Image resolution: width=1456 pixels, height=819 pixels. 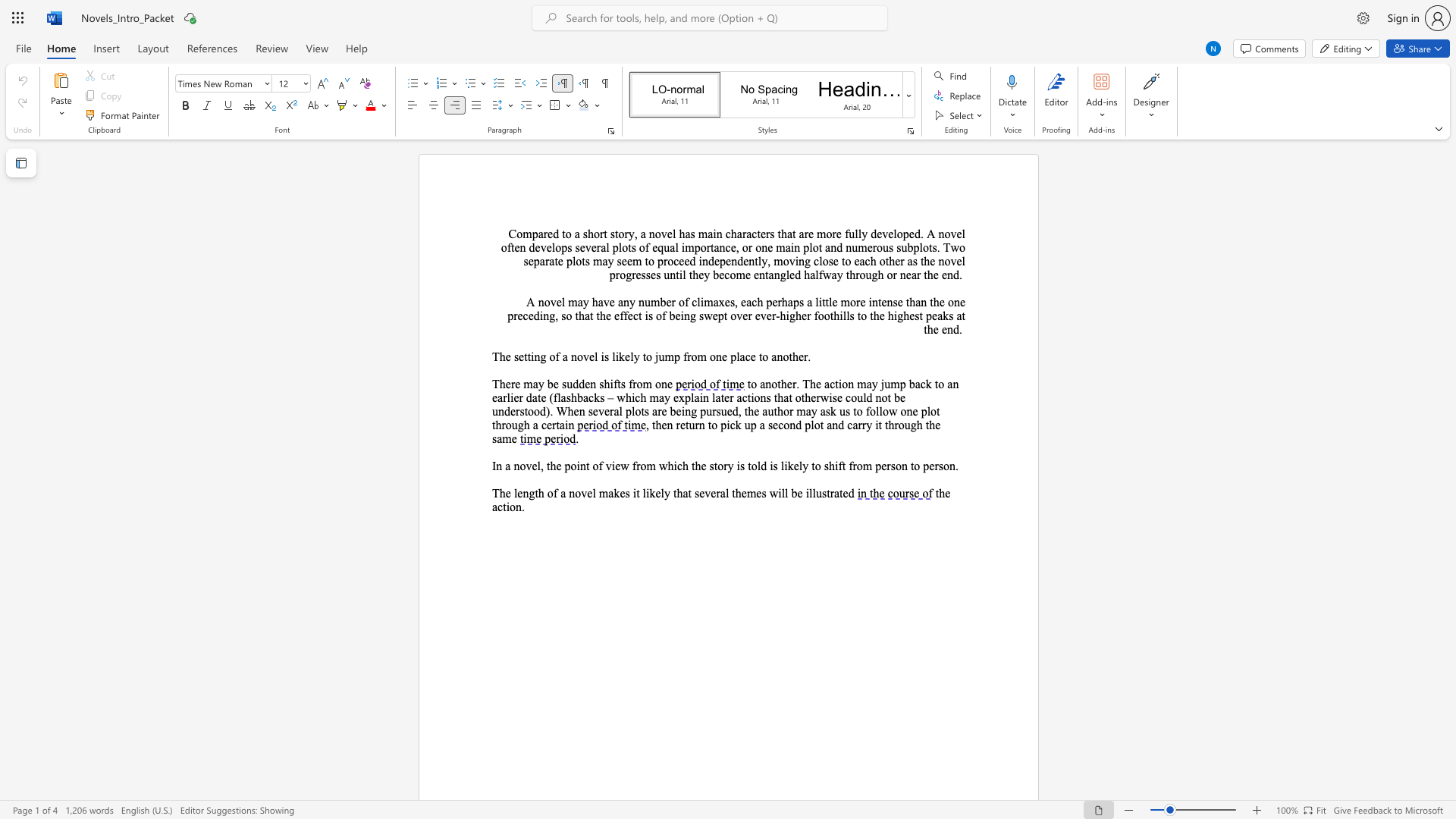 What do you see at coordinates (560, 383) in the screenshot?
I see `the subset text "sudd" within the text "There may be sudden shifts from one"` at bounding box center [560, 383].